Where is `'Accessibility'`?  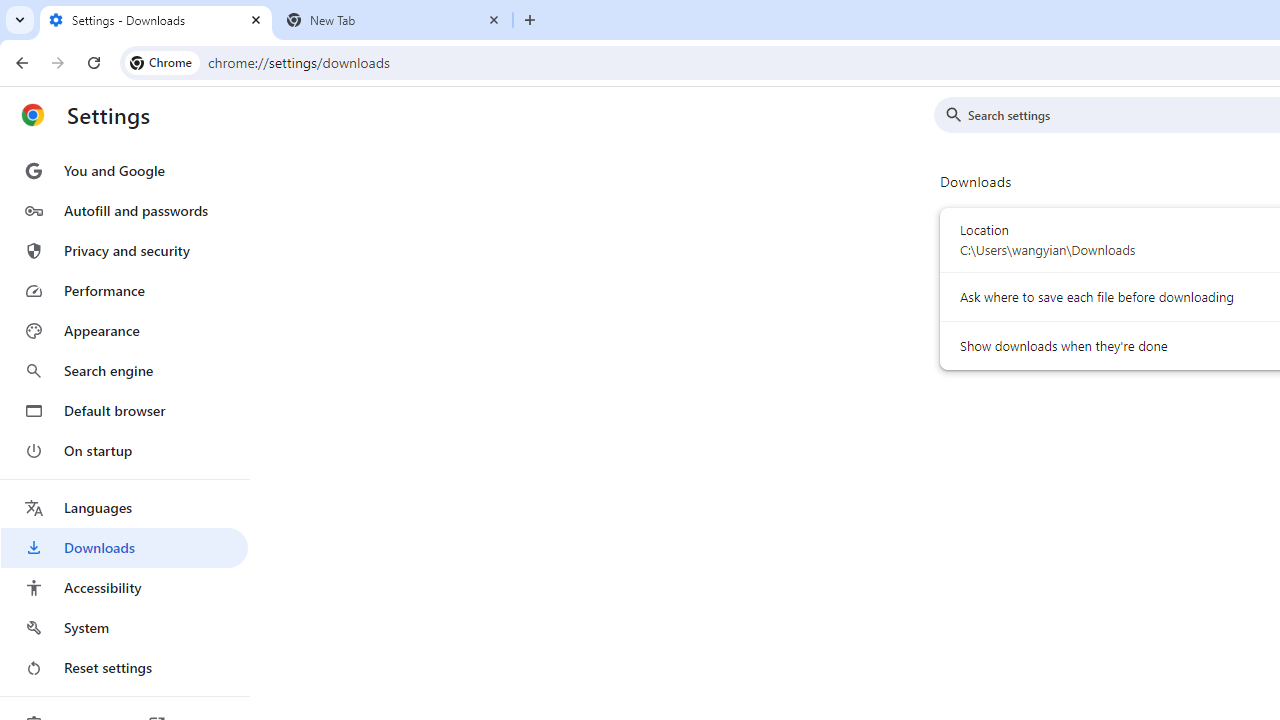 'Accessibility' is located at coordinates (123, 586).